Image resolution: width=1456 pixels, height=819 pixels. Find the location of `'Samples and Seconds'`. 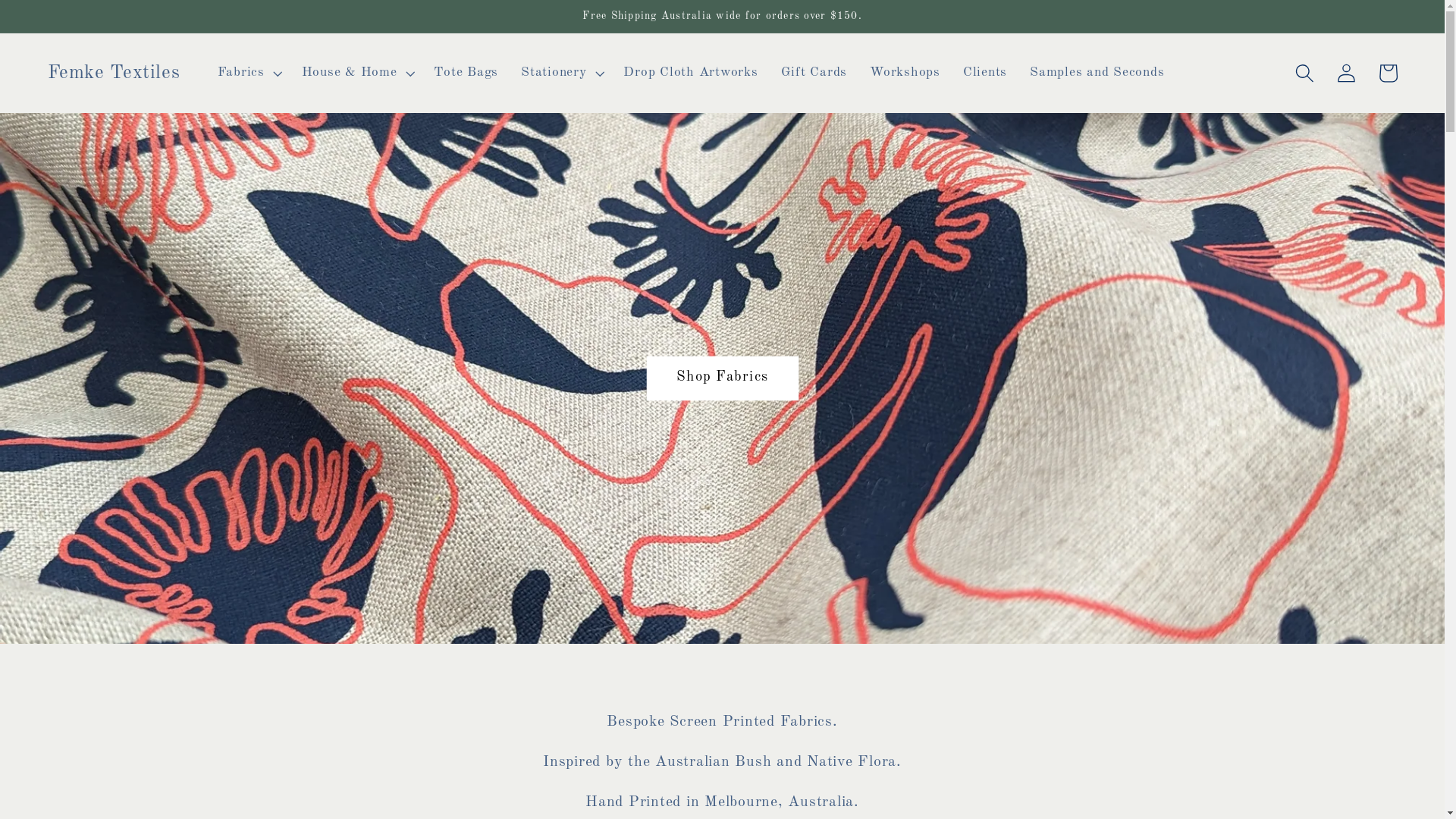

'Samples and Seconds' is located at coordinates (1097, 73).